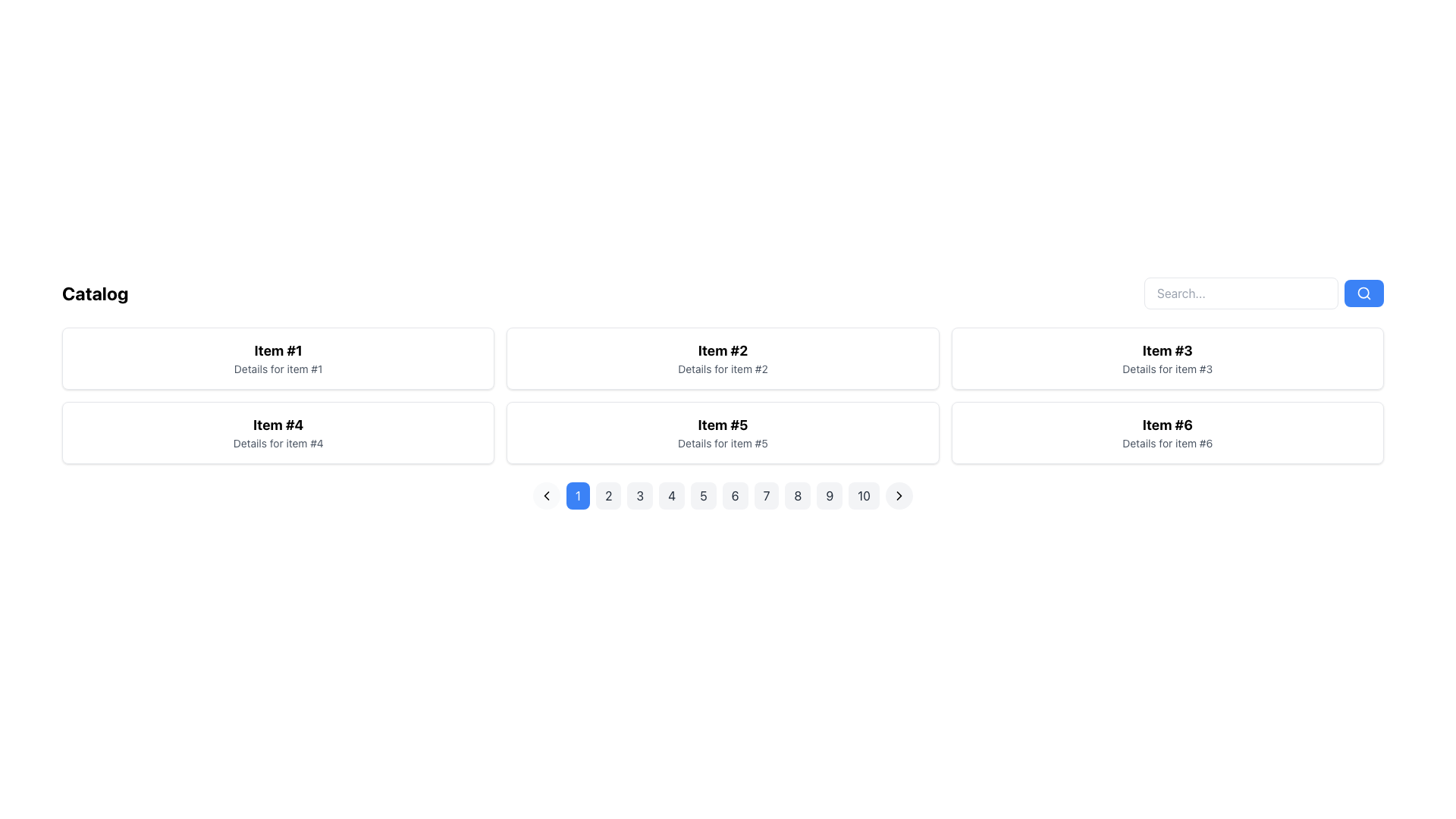 The image size is (1456, 819). Describe the element at coordinates (640, 496) in the screenshot. I see `the rounded rectangular button with a light gray background and dark gray text displaying the number '3', which is located in the pagination bar below the item list` at that location.